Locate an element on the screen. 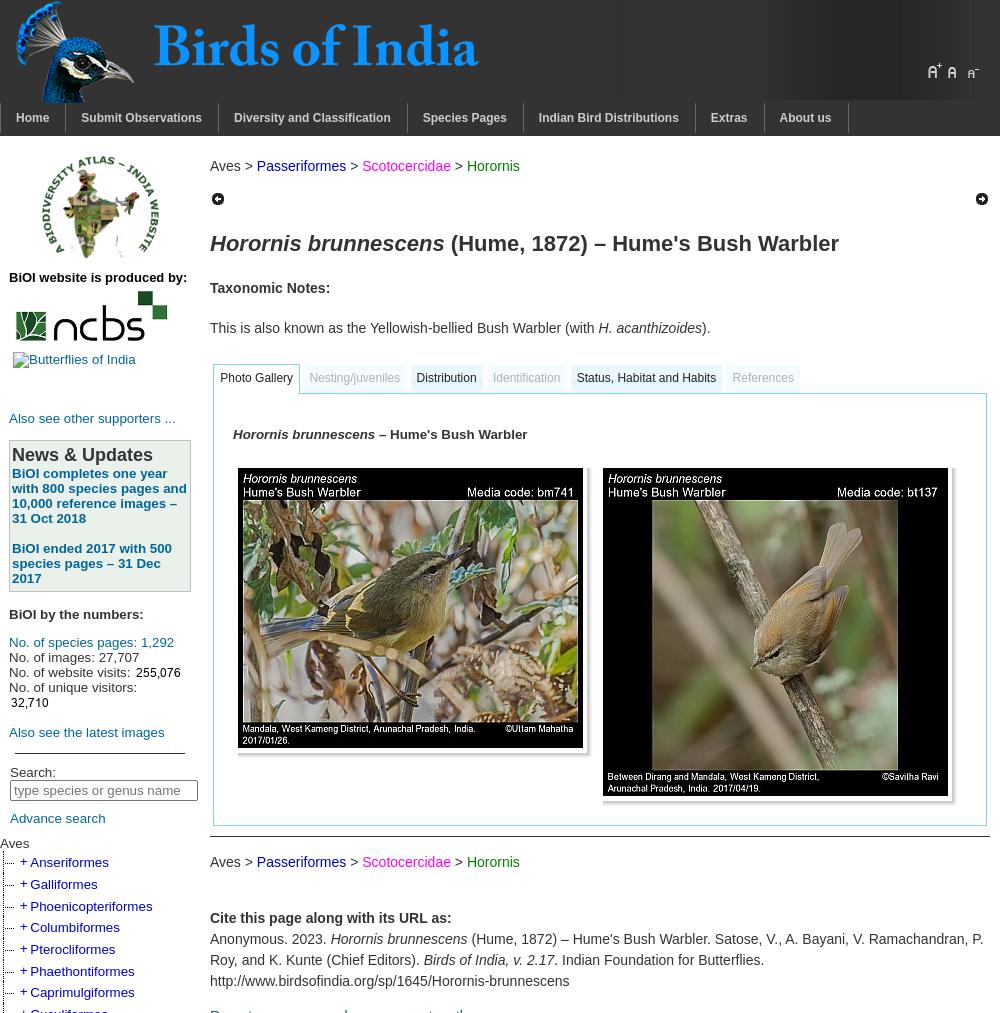 The image size is (1000, 1013). 'No. of website visits:' is located at coordinates (70, 670).